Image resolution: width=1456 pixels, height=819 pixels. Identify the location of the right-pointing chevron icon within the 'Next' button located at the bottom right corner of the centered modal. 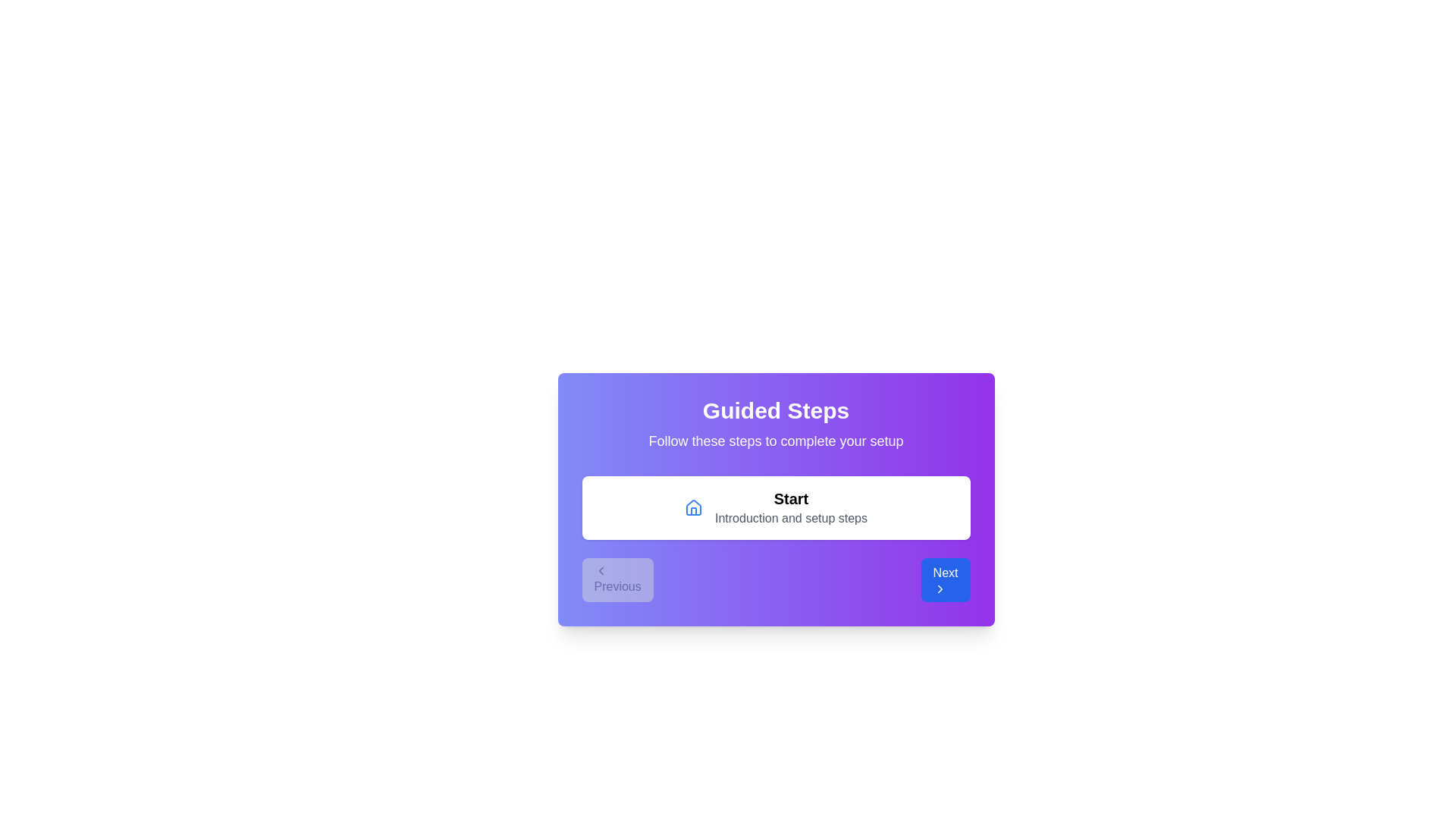
(939, 588).